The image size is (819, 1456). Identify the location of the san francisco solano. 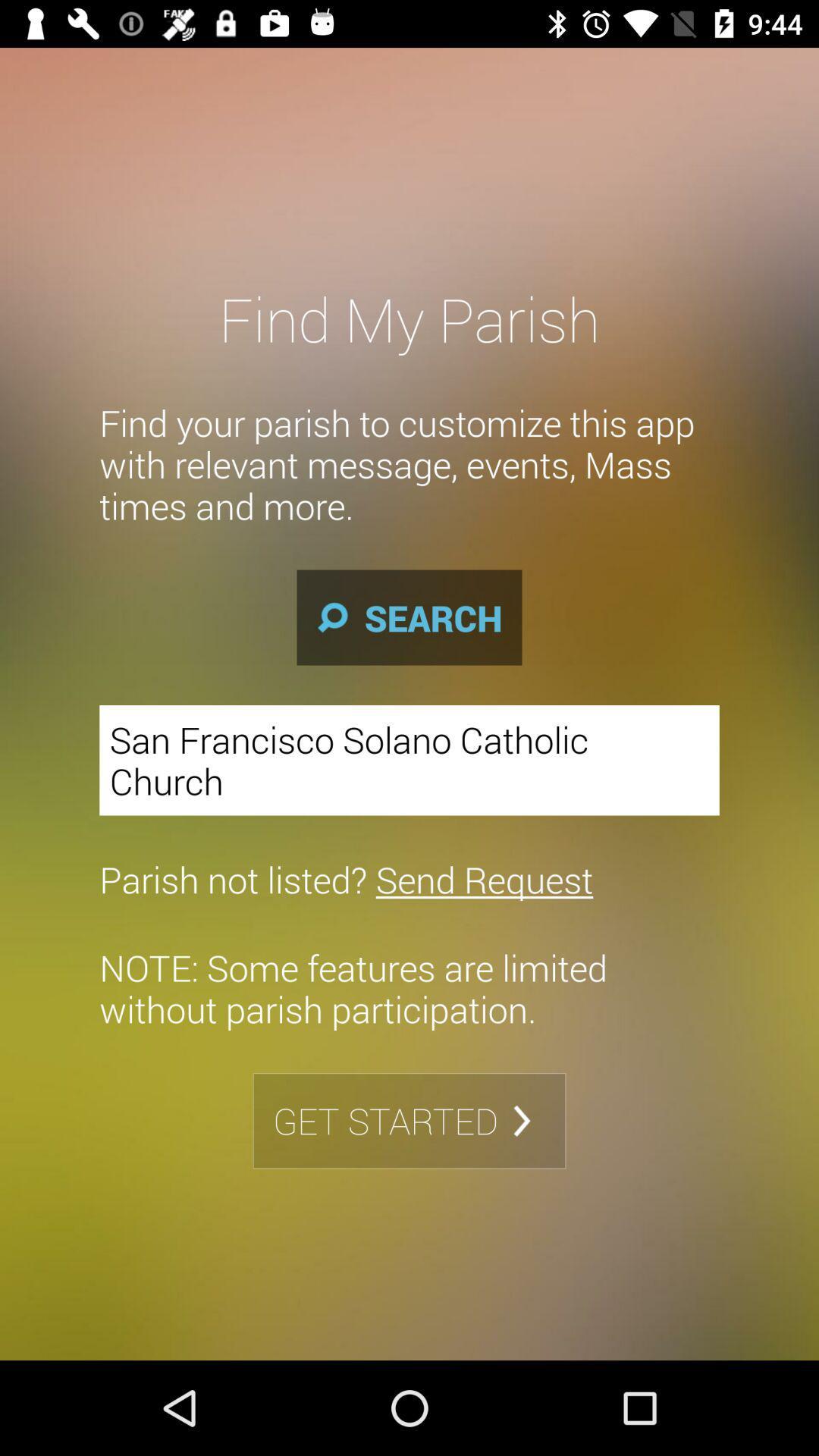
(409, 760).